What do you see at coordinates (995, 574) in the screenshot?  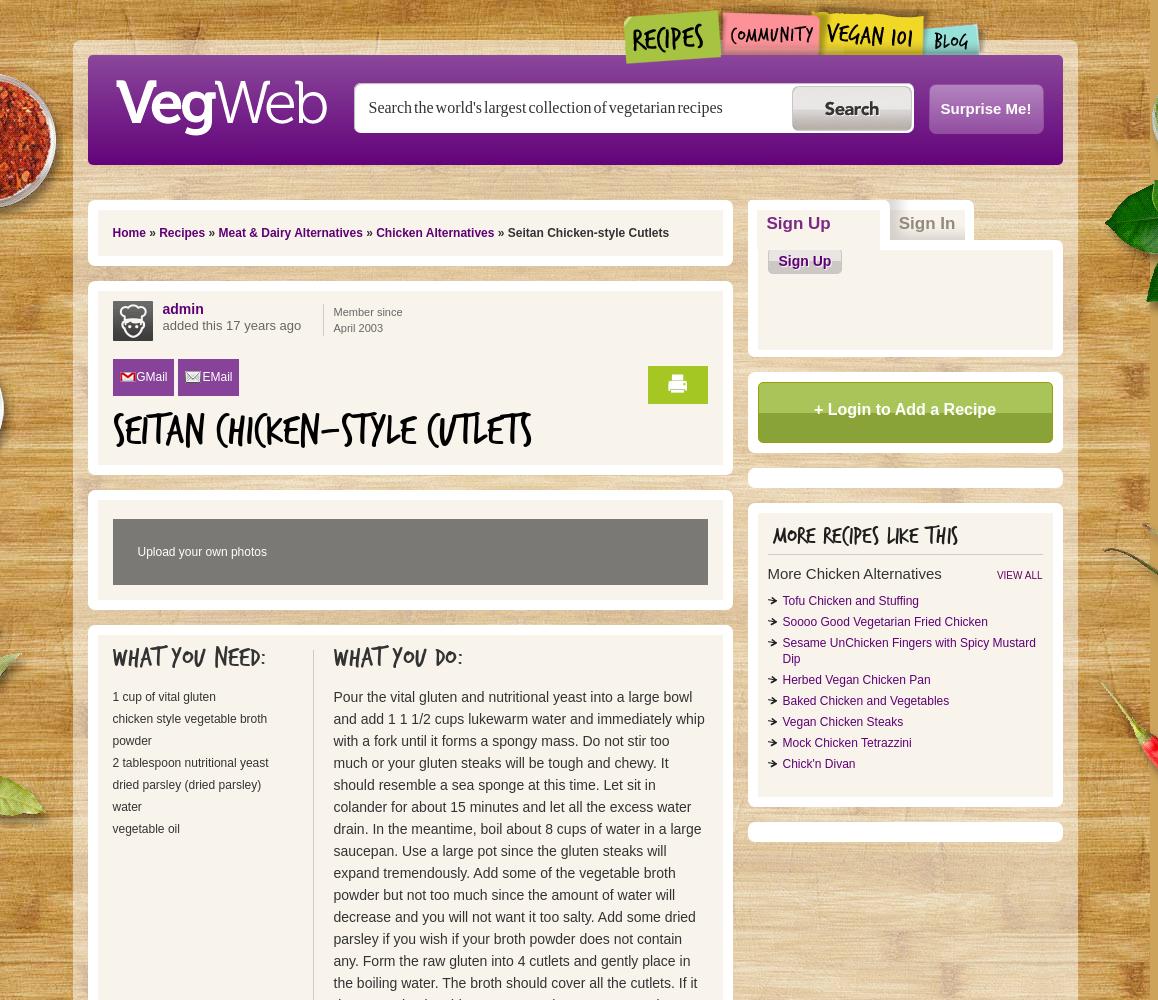 I see `'View all'` at bounding box center [995, 574].